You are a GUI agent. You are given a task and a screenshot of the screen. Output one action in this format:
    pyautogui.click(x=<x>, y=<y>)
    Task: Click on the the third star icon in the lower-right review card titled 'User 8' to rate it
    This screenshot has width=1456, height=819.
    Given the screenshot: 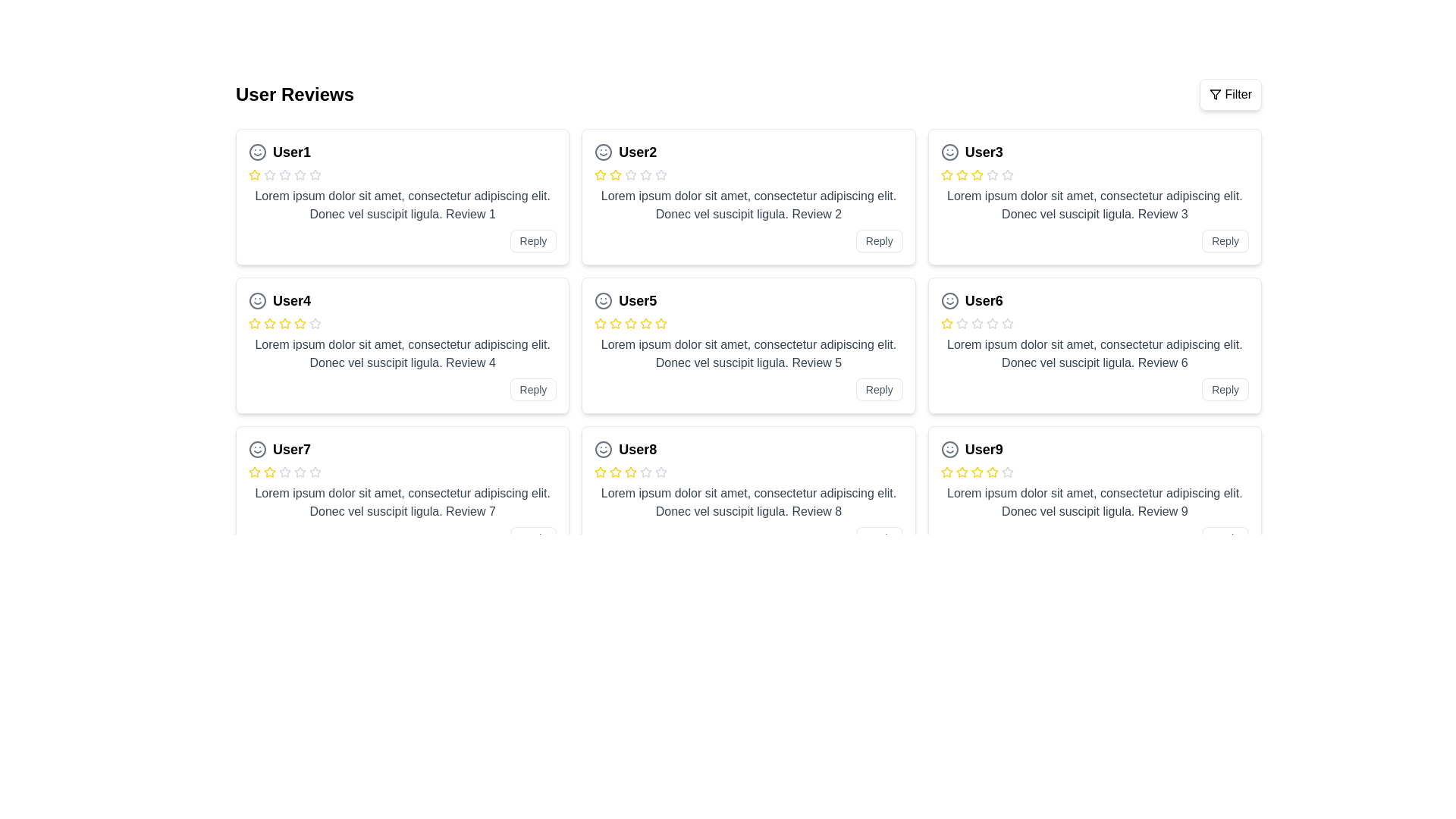 What is the action you would take?
    pyautogui.click(x=600, y=471)
    